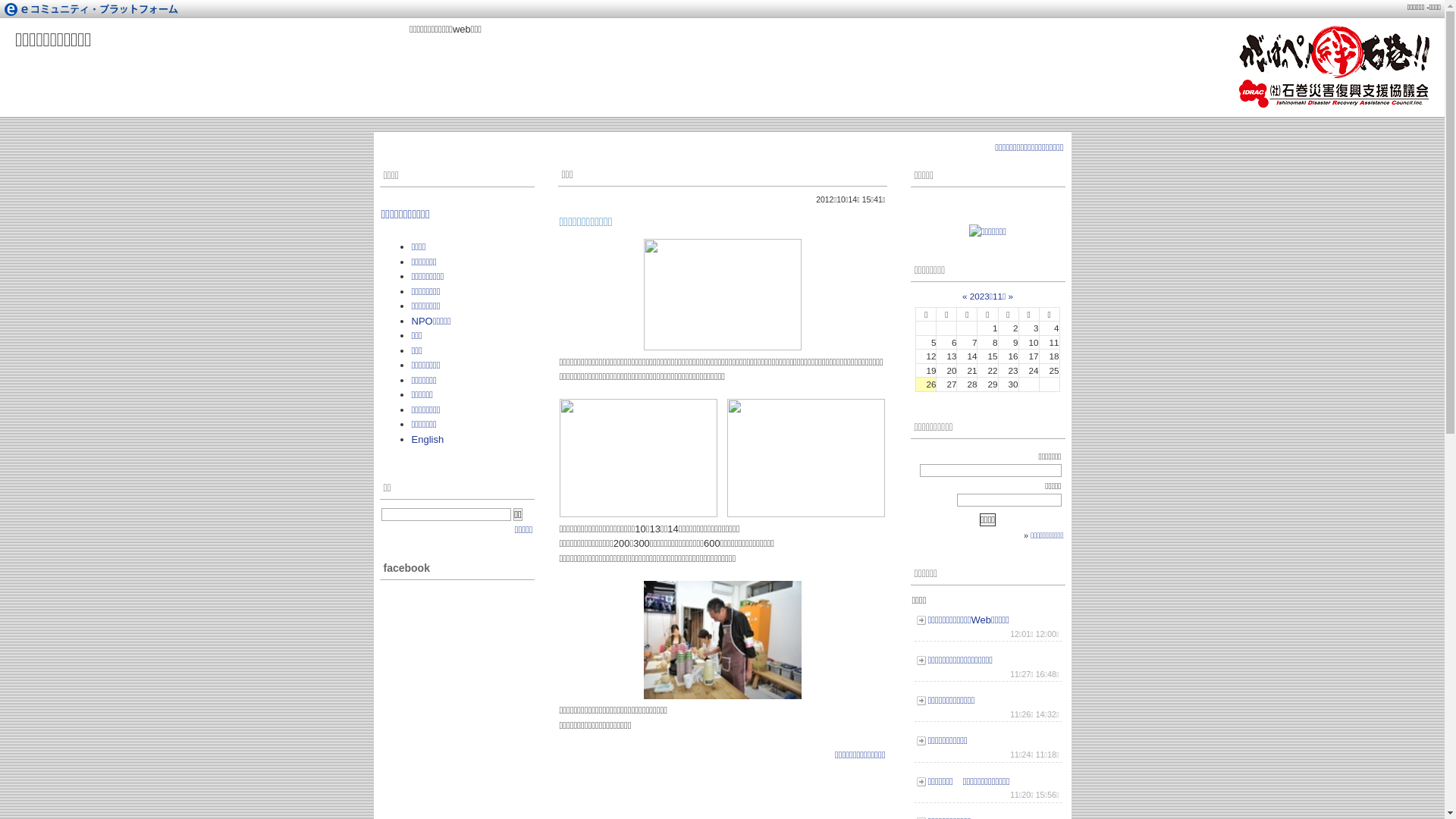  What do you see at coordinates (411, 439) in the screenshot?
I see `'English'` at bounding box center [411, 439].